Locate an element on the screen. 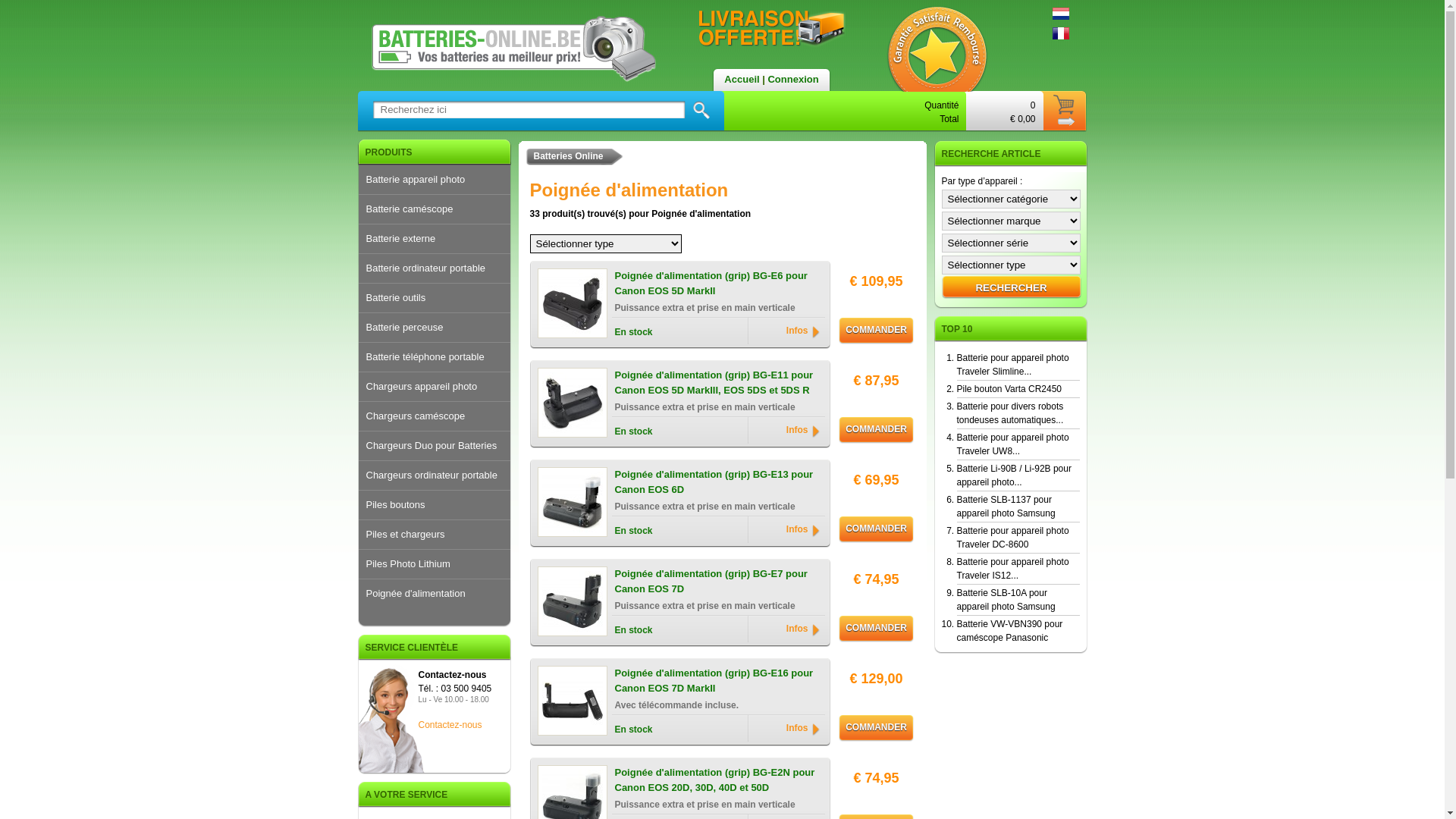 The width and height of the screenshot is (1456, 819). 'Batterie perceuse' is located at coordinates (432, 327).